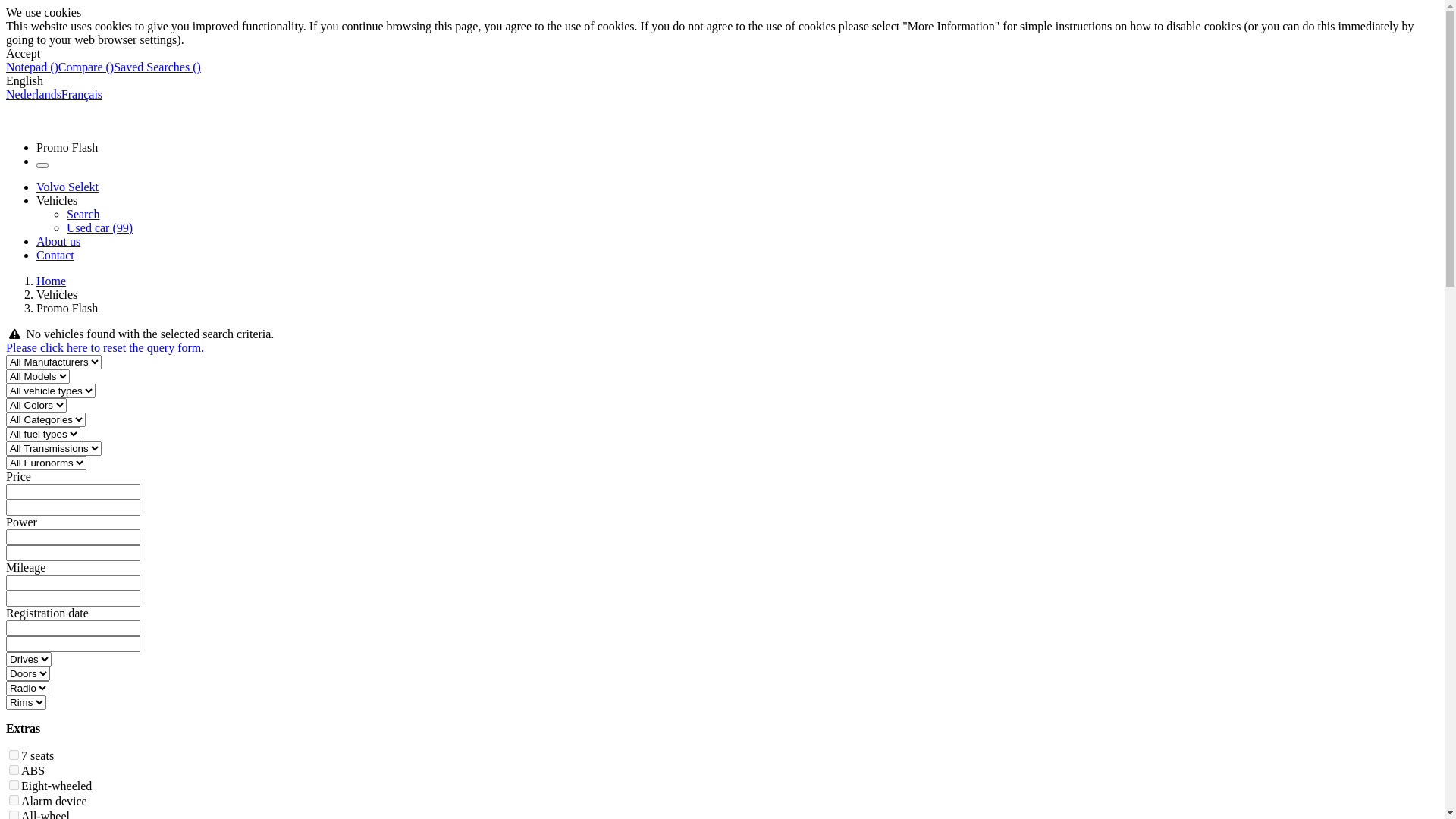  What do you see at coordinates (58, 240) in the screenshot?
I see `'About us'` at bounding box center [58, 240].